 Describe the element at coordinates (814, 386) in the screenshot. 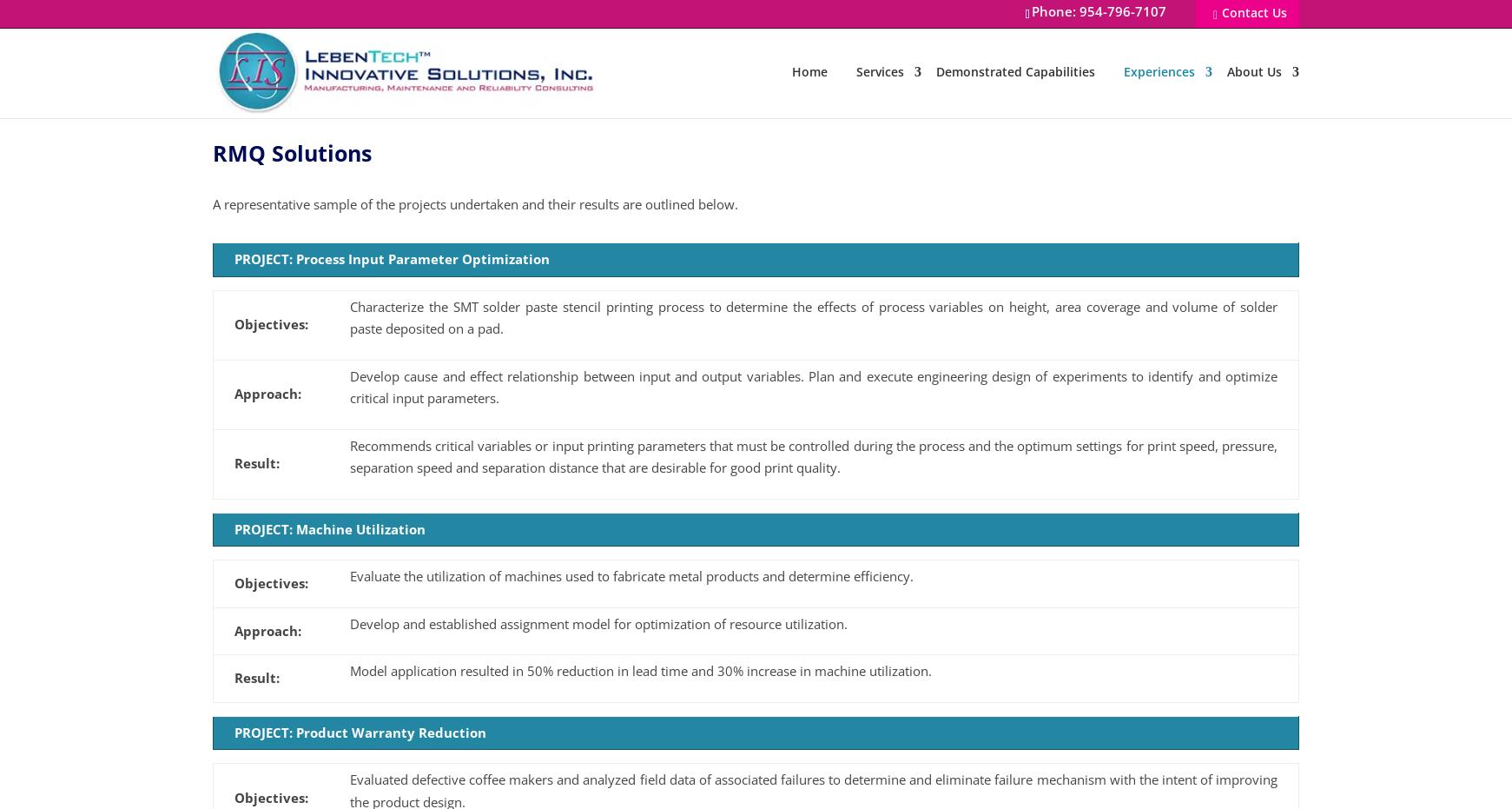

I see `'Develop cause and effect relationship between input and output variables. Plan and execute engineering design of experiments to identify and optimize critical input parameters.'` at that location.